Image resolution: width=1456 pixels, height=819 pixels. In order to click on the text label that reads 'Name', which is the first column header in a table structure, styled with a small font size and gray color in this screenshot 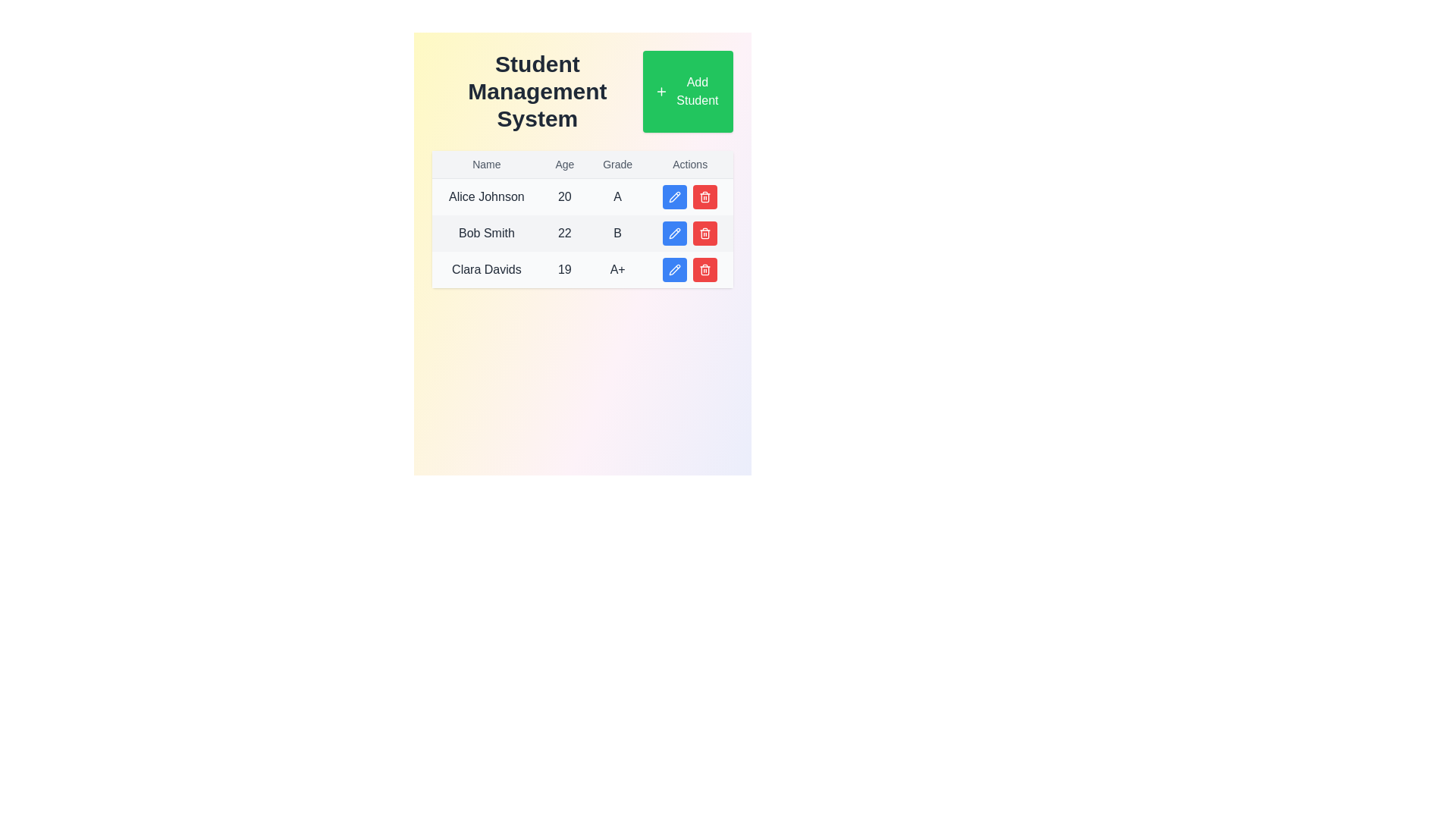, I will do `click(486, 165)`.